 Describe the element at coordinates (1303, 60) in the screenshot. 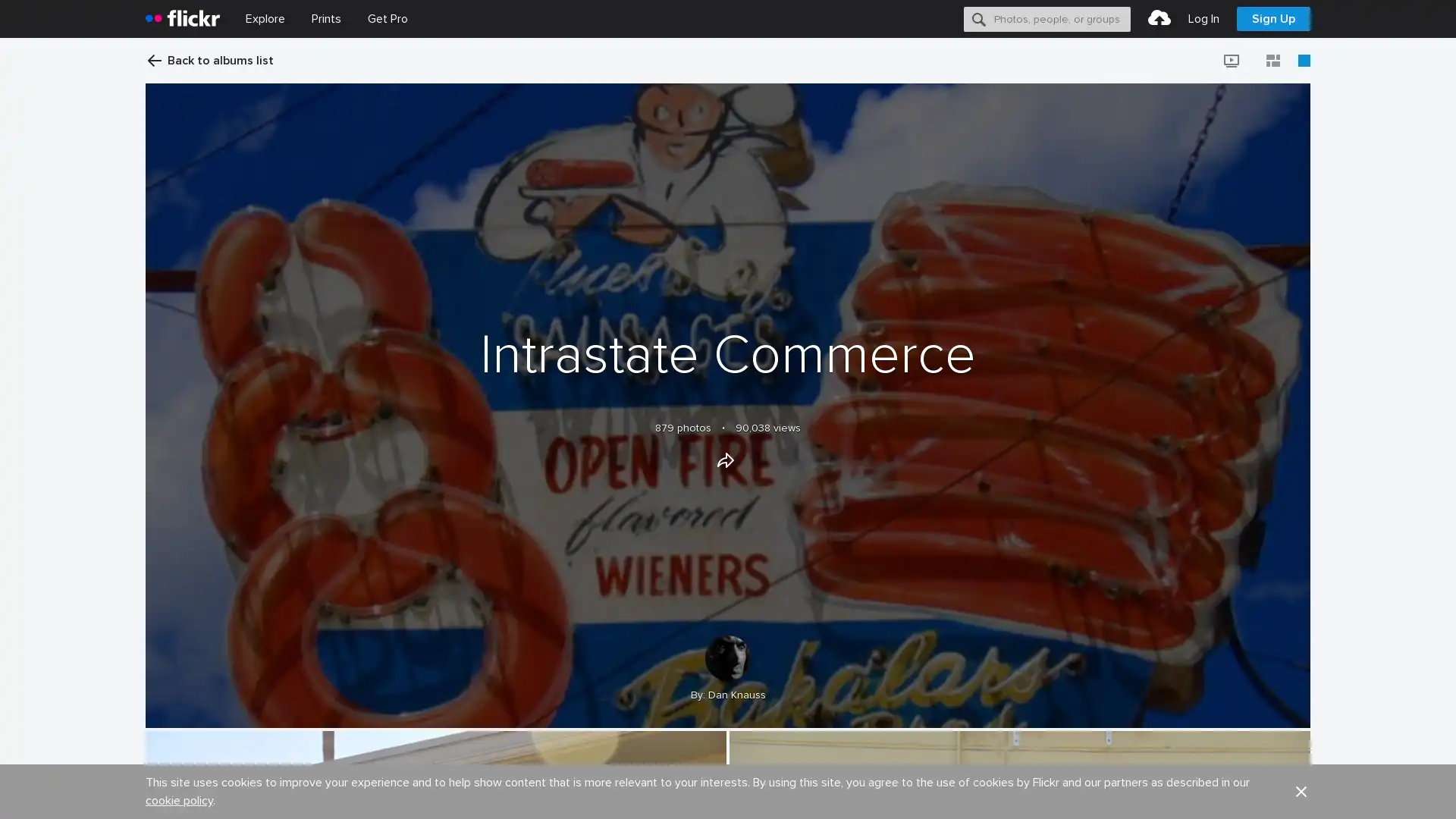

I see `Large view` at that location.